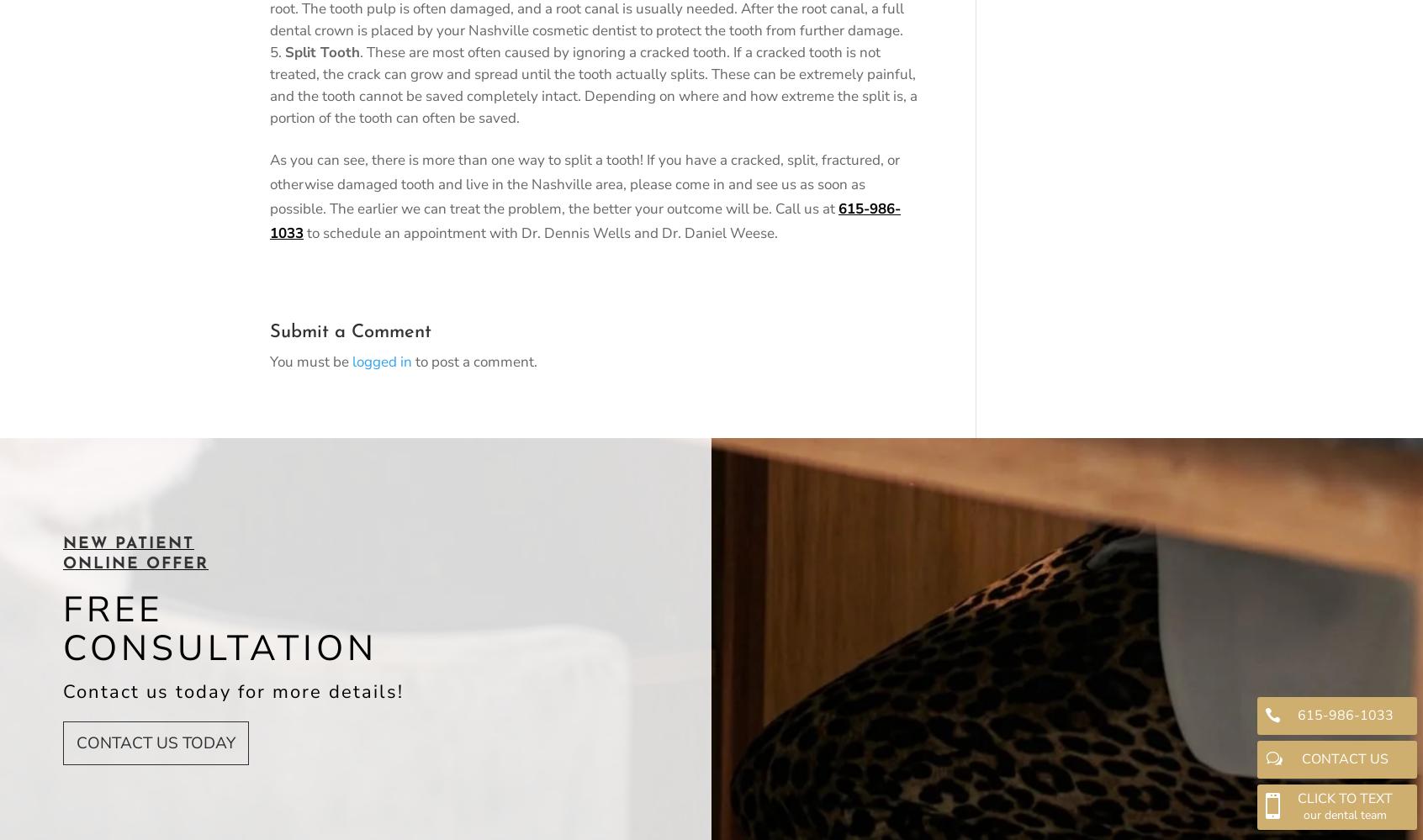  What do you see at coordinates (304, 232) in the screenshot?
I see `'to schedule an appointment with Dr. Dennis Wells and Dr. Daniel Weese.'` at bounding box center [304, 232].